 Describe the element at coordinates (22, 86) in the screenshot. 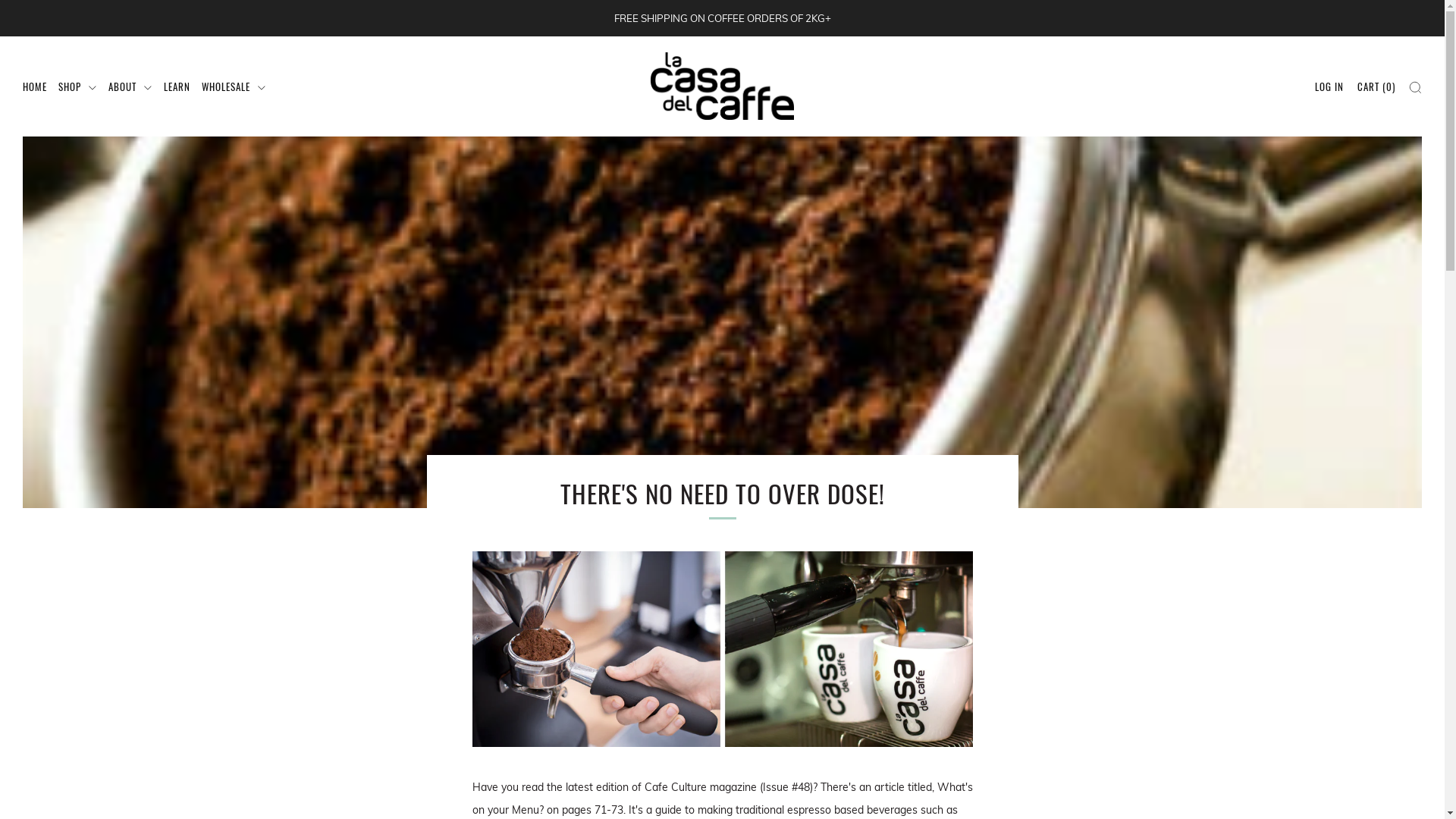

I see `'HOME'` at that location.